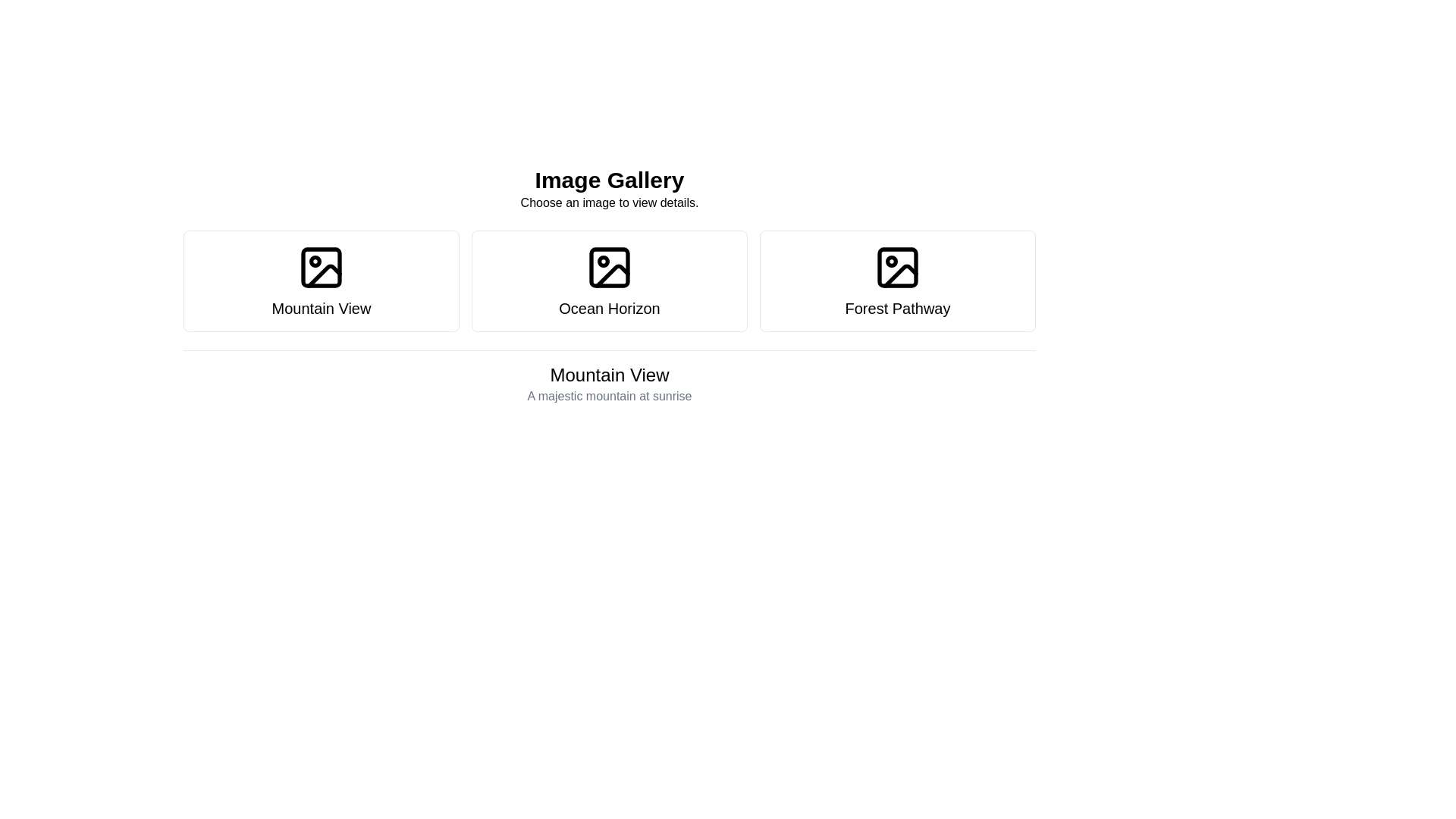  What do you see at coordinates (610, 180) in the screenshot?
I see `the bold, black text 'Image Gallery' which is prominently displayed at the top-center of the interface` at bounding box center [610, 180].